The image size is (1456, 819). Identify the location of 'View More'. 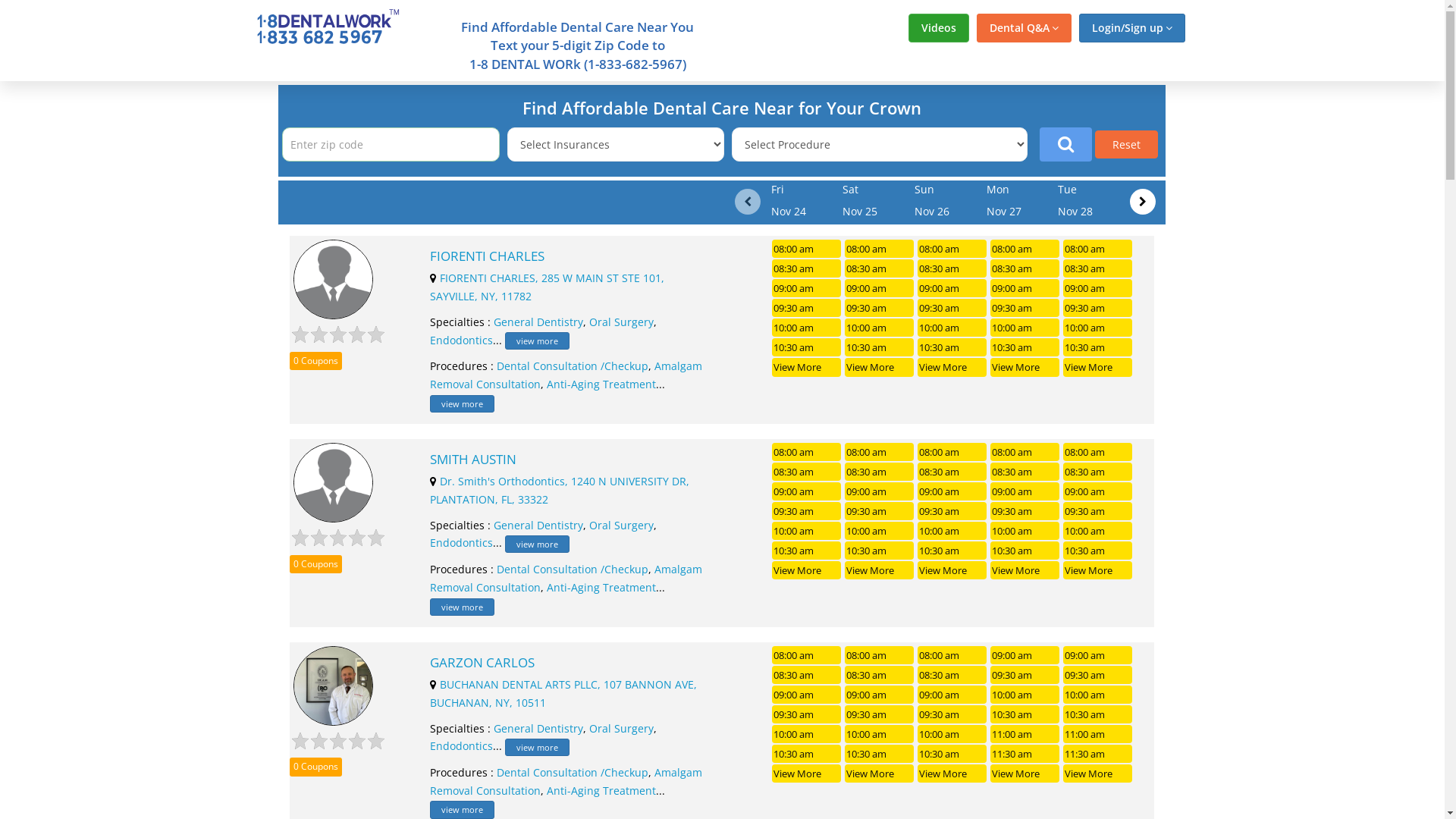
(805, 366).